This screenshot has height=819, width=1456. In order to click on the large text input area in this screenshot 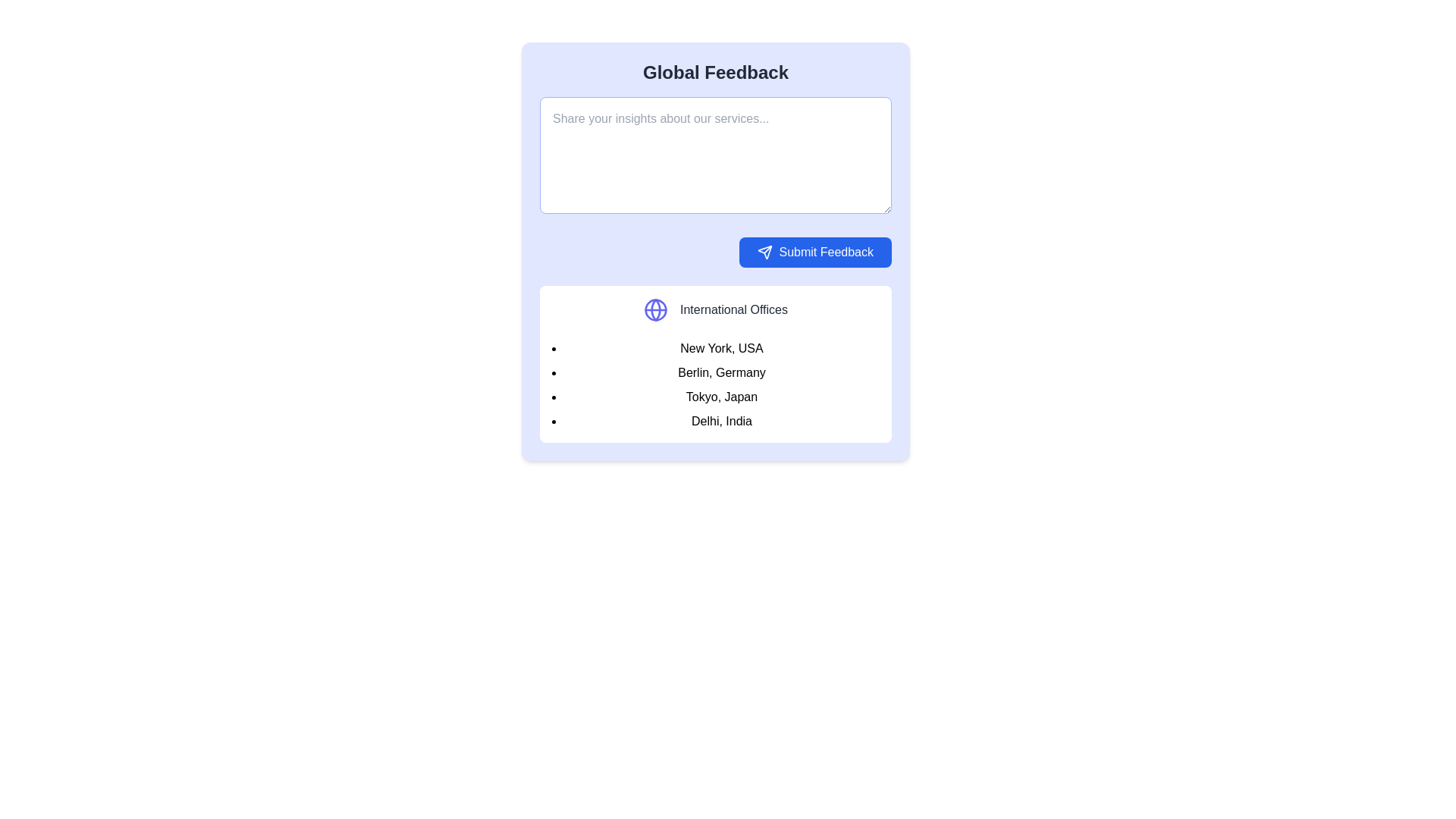, I will do `click(715, 155)`.